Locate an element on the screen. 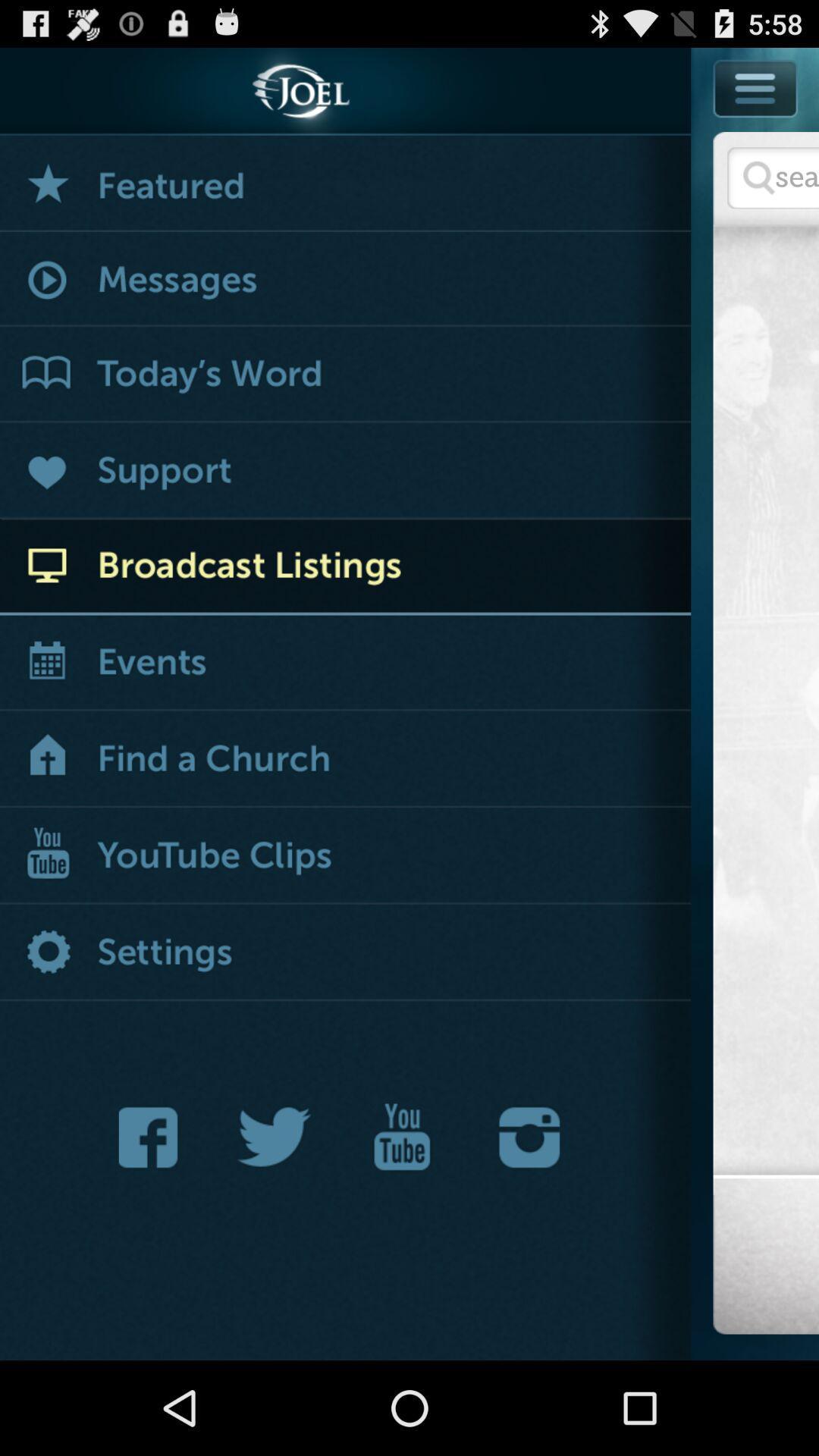 The width and height of the screenshot is (819, 1456). open menu is located at coordinates (345, 760).